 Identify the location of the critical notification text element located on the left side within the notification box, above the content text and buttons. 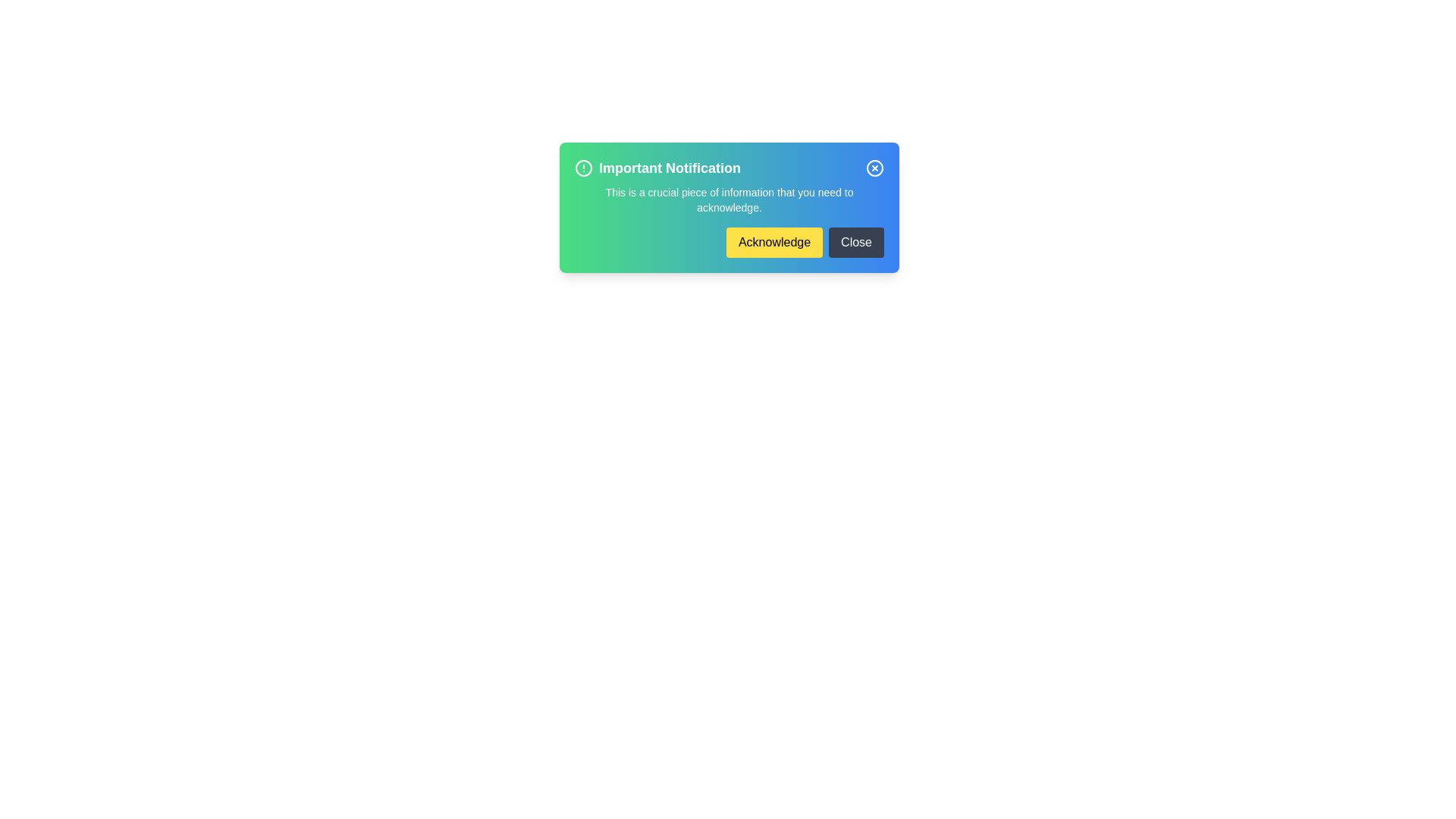
(657, 168).